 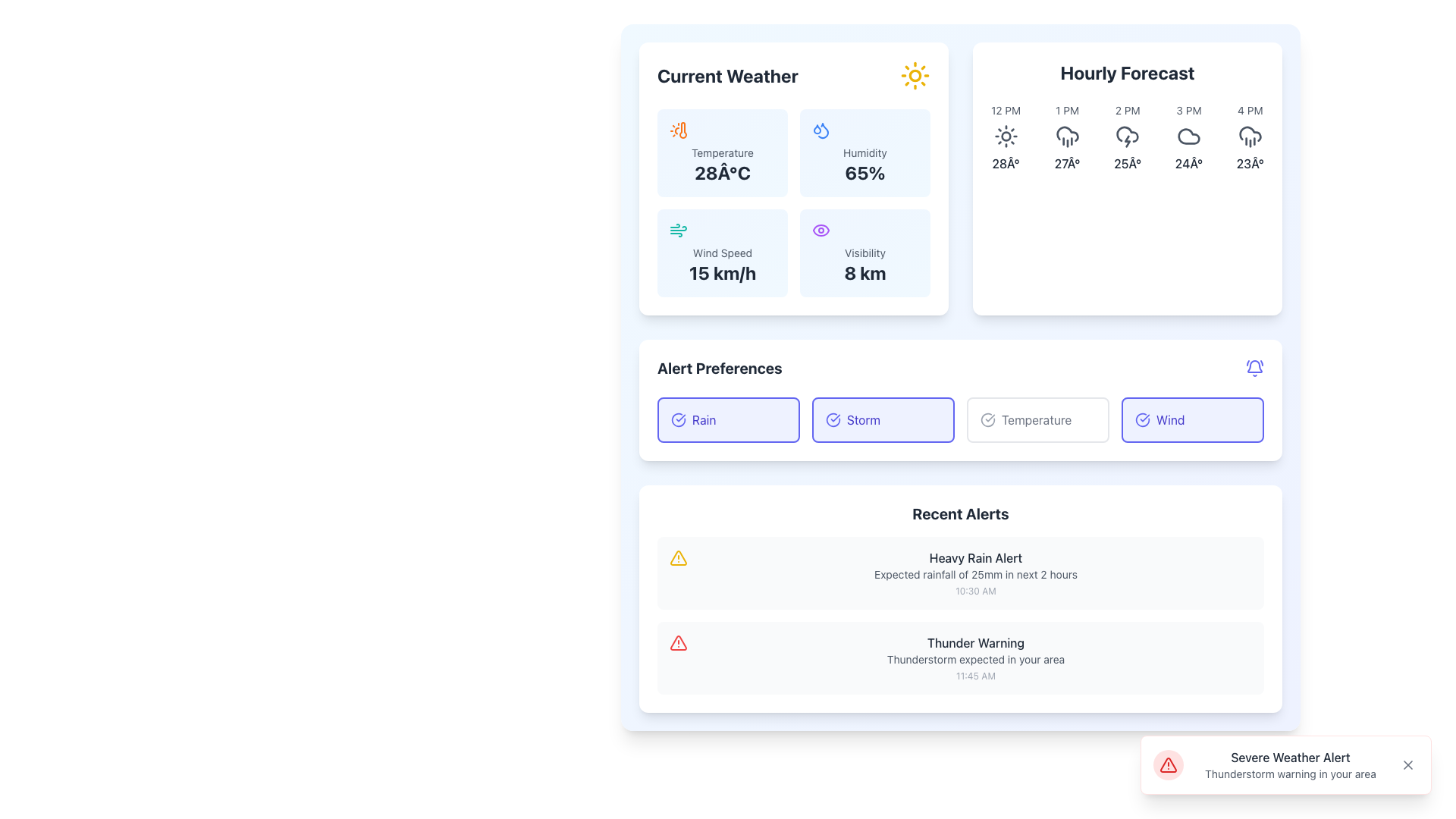 I want to click on text displayed in the gray medium-weight font labeled '27°' located in the 'Hourly Forecast' section under the '1 PM' label, so click(x=1066, y=164).